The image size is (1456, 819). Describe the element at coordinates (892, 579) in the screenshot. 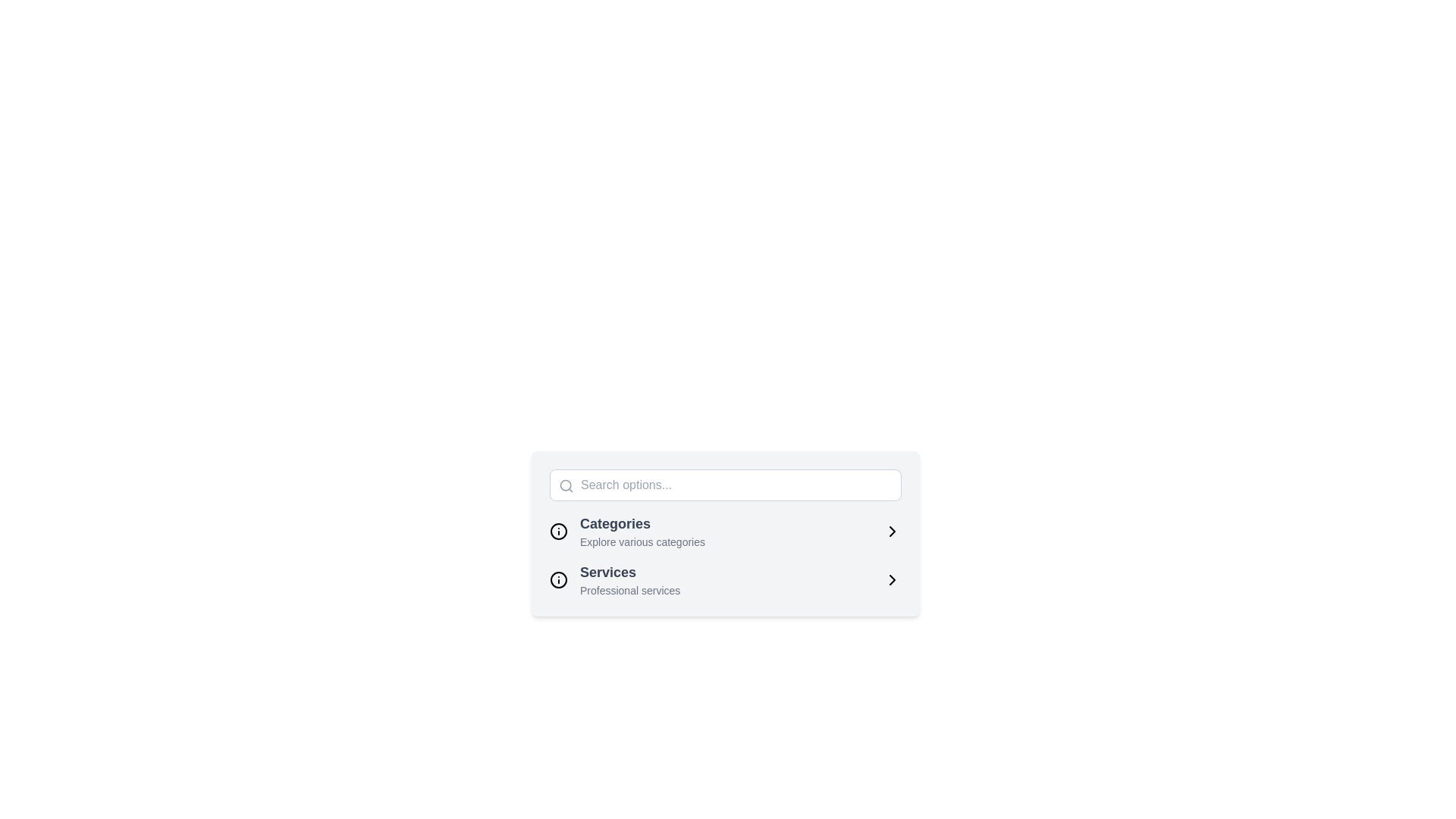

I see `the small right-facing chevron arrow icon located inside the menu panel below the 'Services' label, which is styled with a black outline and no fill` at that location.